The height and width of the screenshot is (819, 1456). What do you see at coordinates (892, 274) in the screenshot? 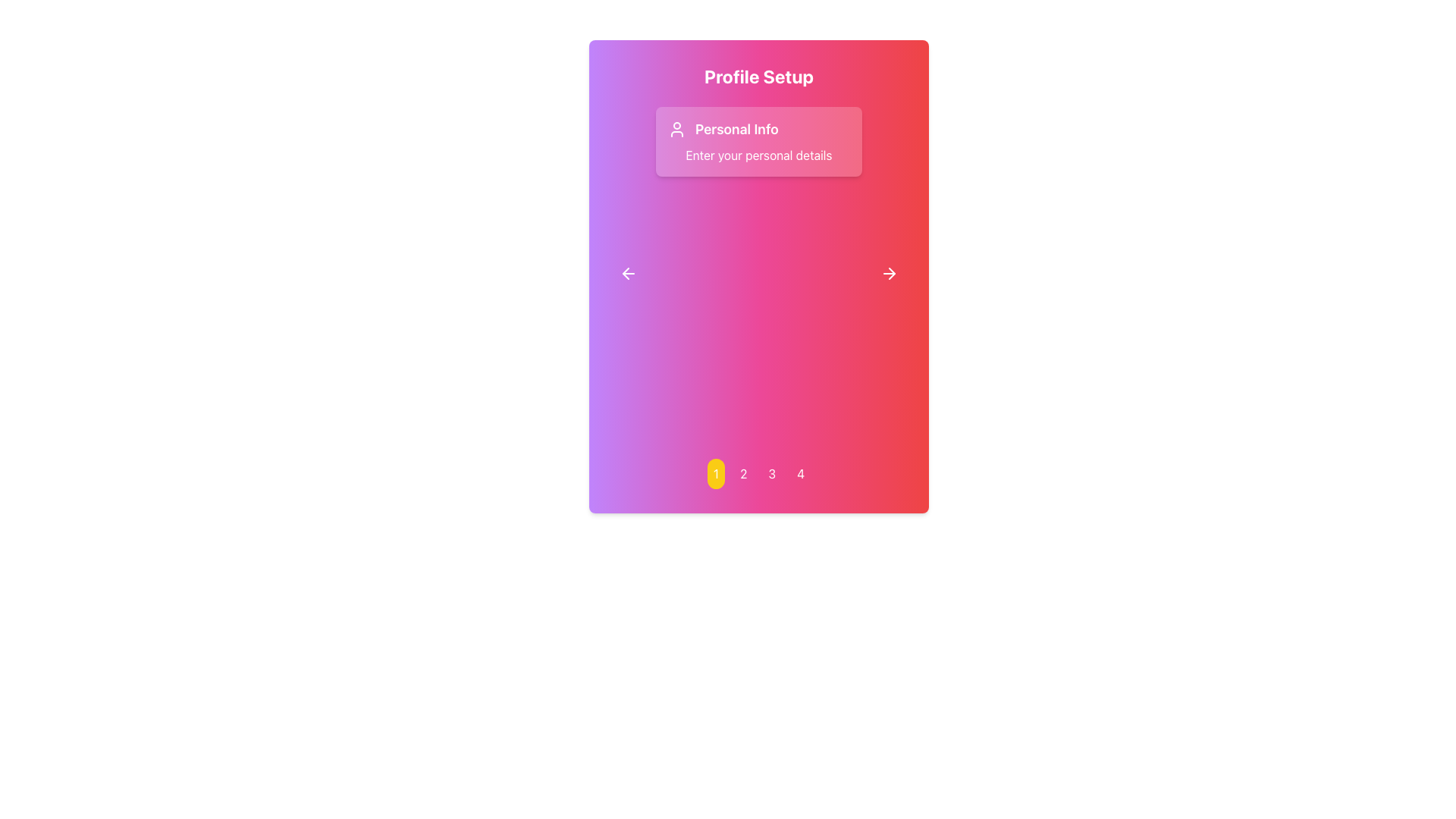
I see `the right arrow icon` at bounding box center [892, 274].